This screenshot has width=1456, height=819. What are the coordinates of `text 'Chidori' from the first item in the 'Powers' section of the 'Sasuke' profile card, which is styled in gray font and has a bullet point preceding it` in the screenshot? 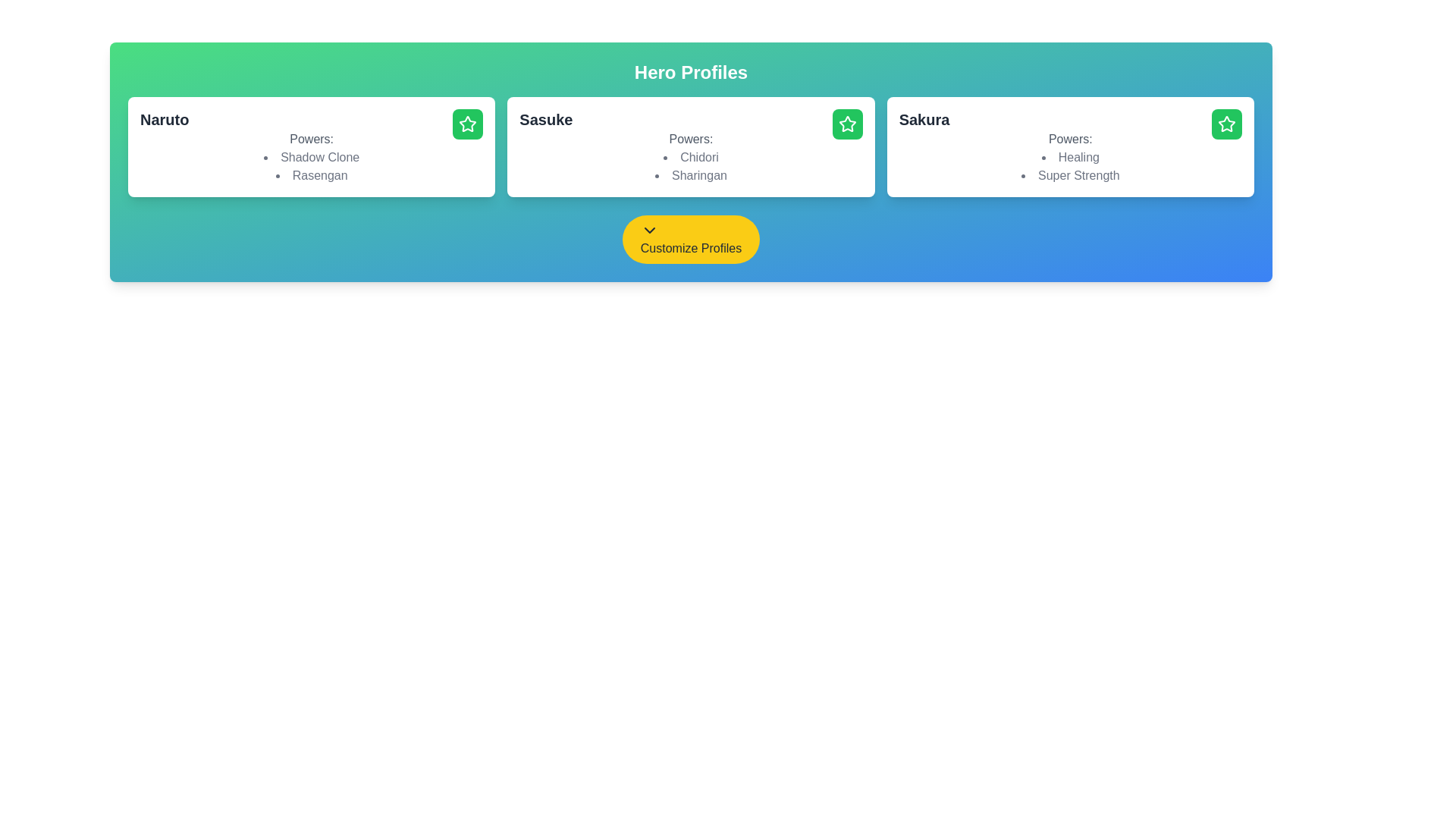 It's located at (690, 158).